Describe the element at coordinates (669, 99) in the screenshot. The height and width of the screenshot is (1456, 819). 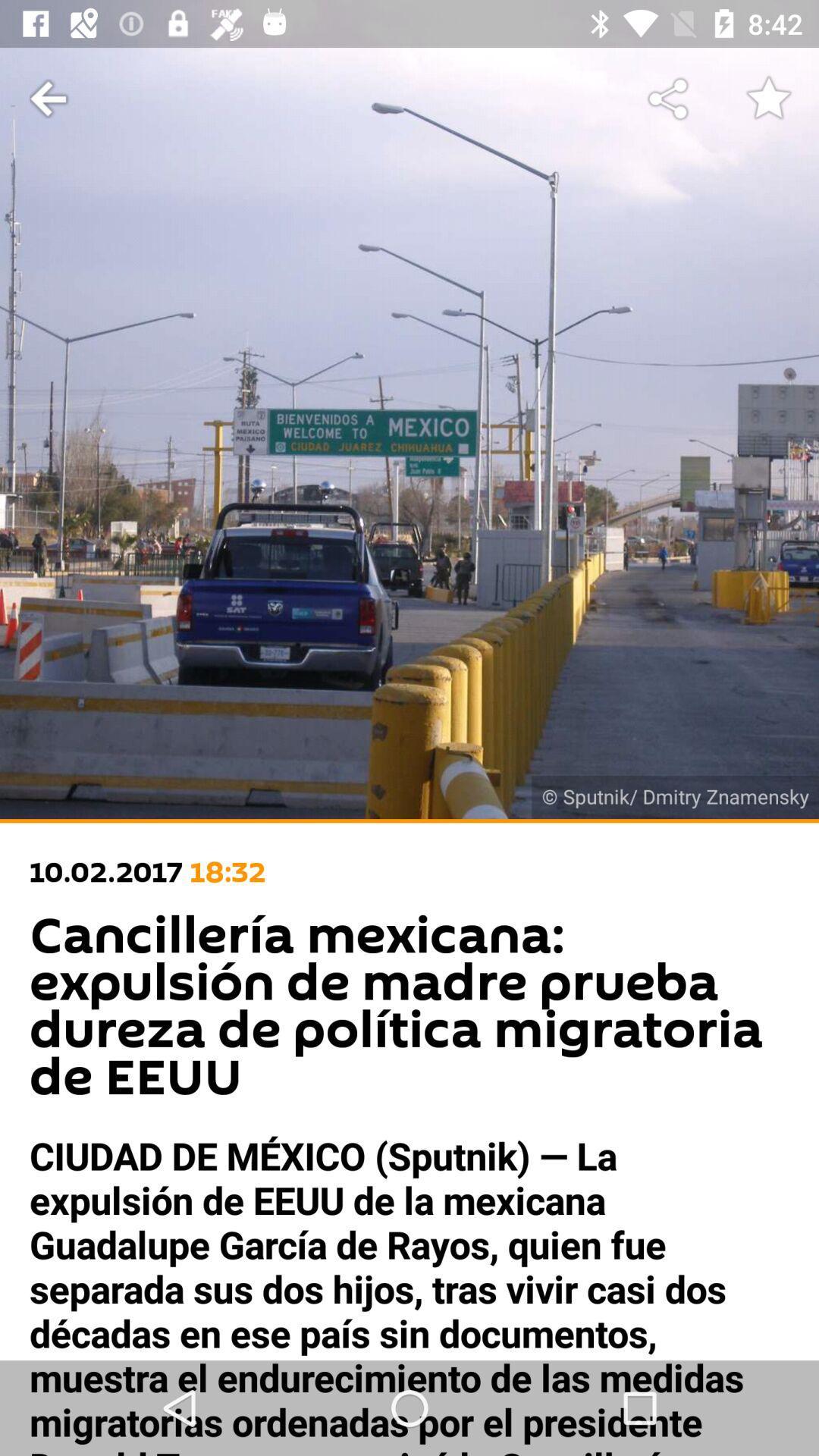
I see `the share icon` at that location.